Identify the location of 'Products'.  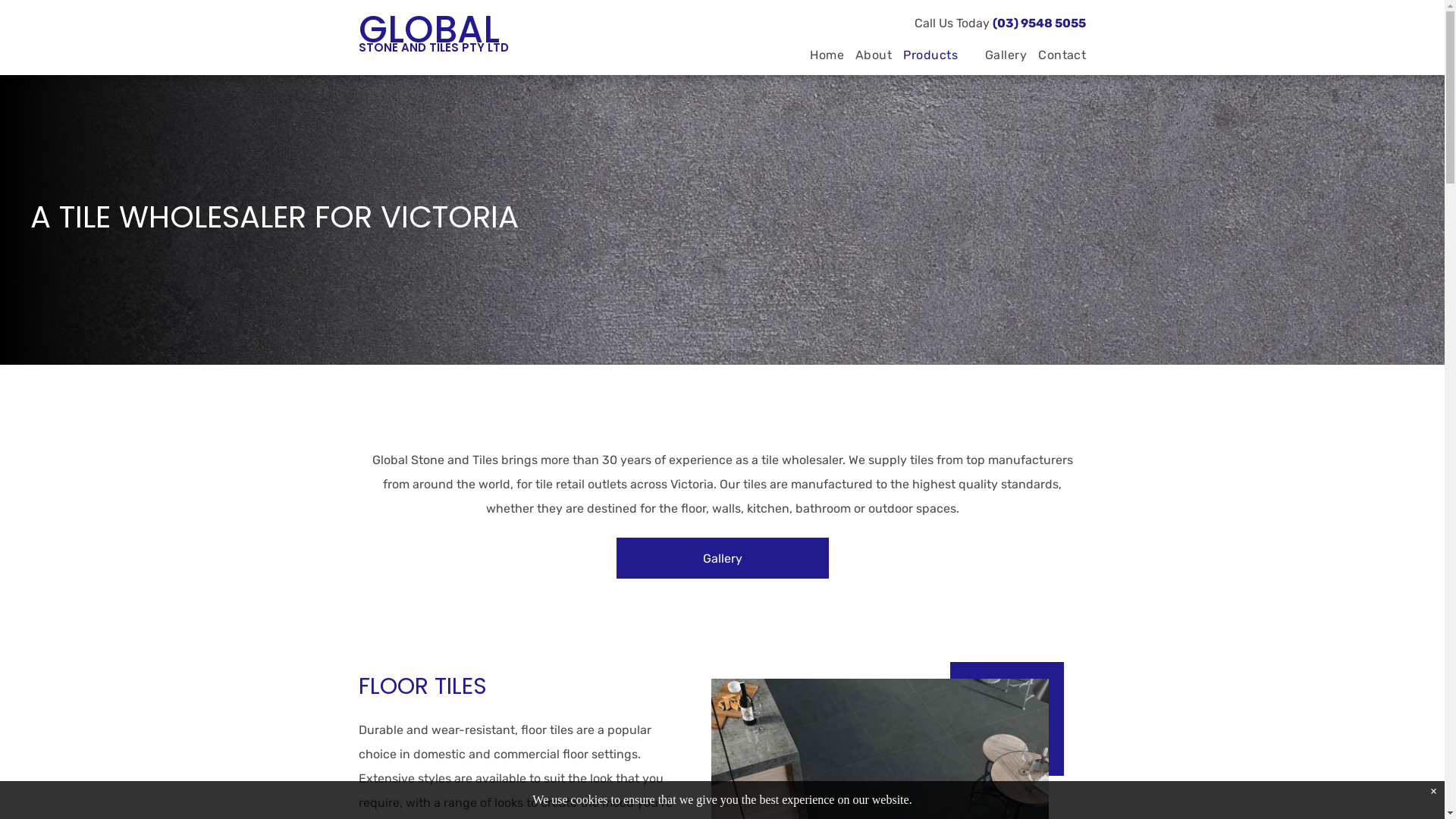
(931, 55).